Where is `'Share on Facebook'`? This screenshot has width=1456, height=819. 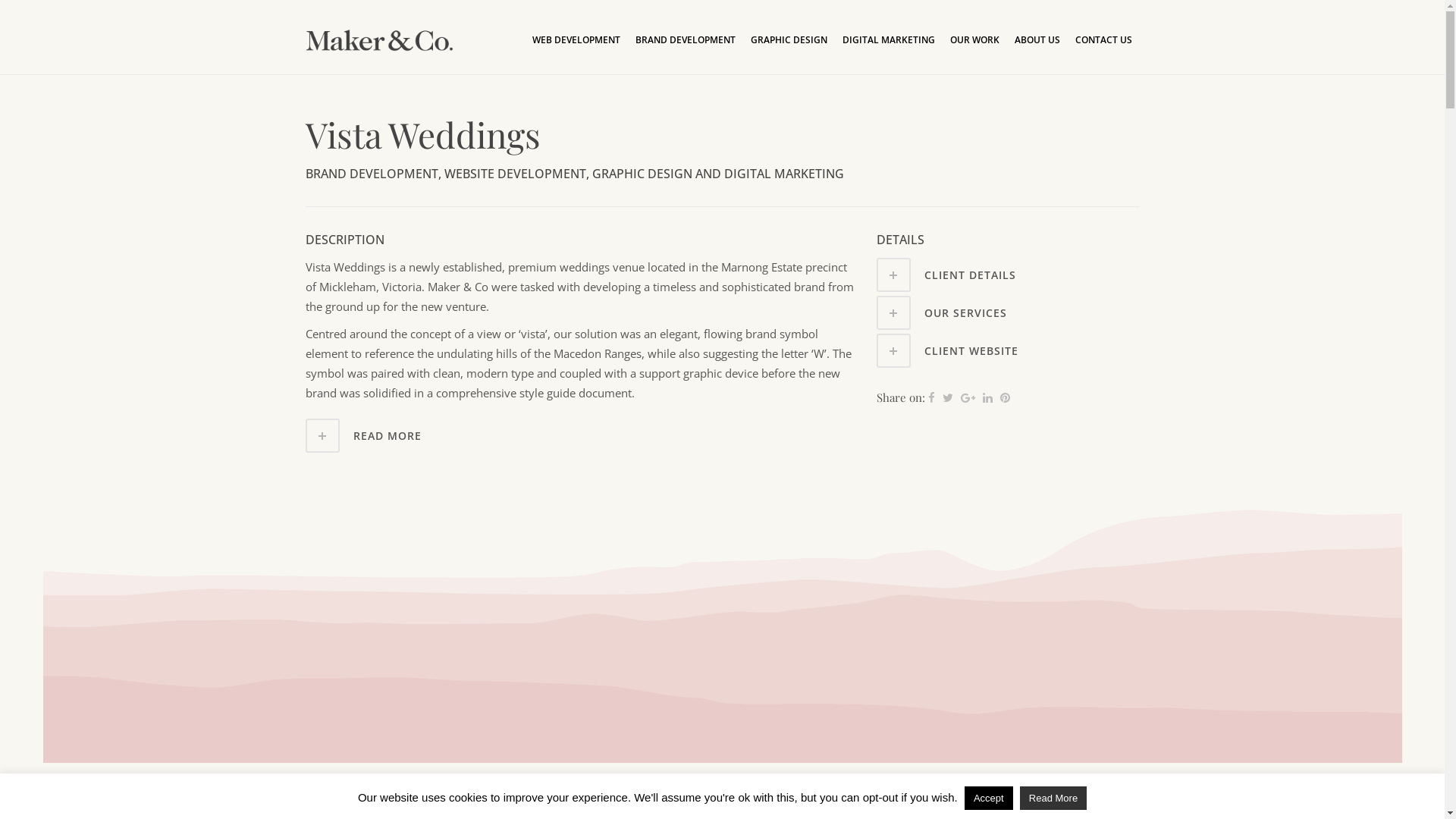
'Share on Facebook' is located at coordinates (930, 397).